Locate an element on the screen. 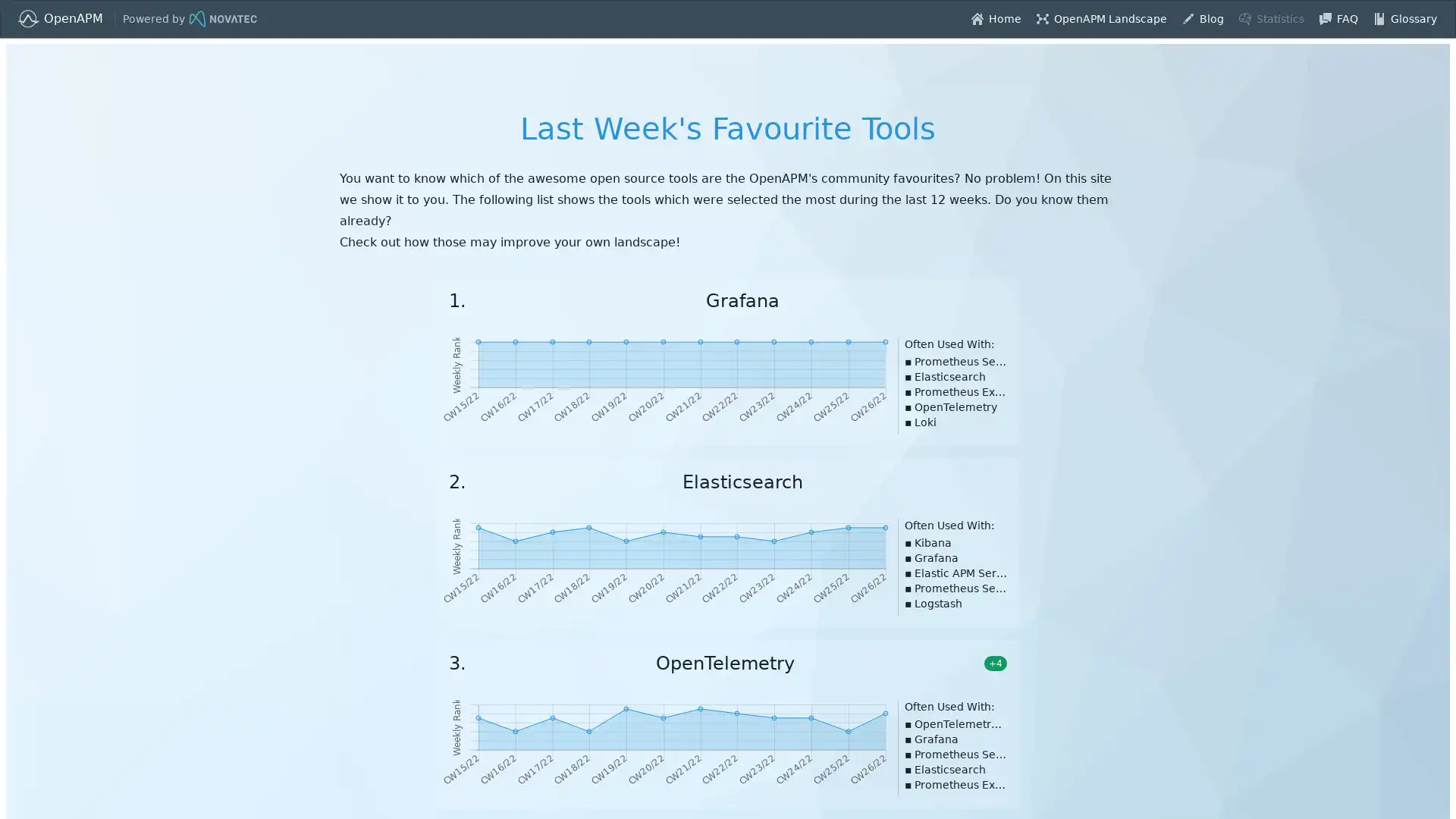  layout-balloon OpenAPM Landscape is located at coordinates (1102, 18).